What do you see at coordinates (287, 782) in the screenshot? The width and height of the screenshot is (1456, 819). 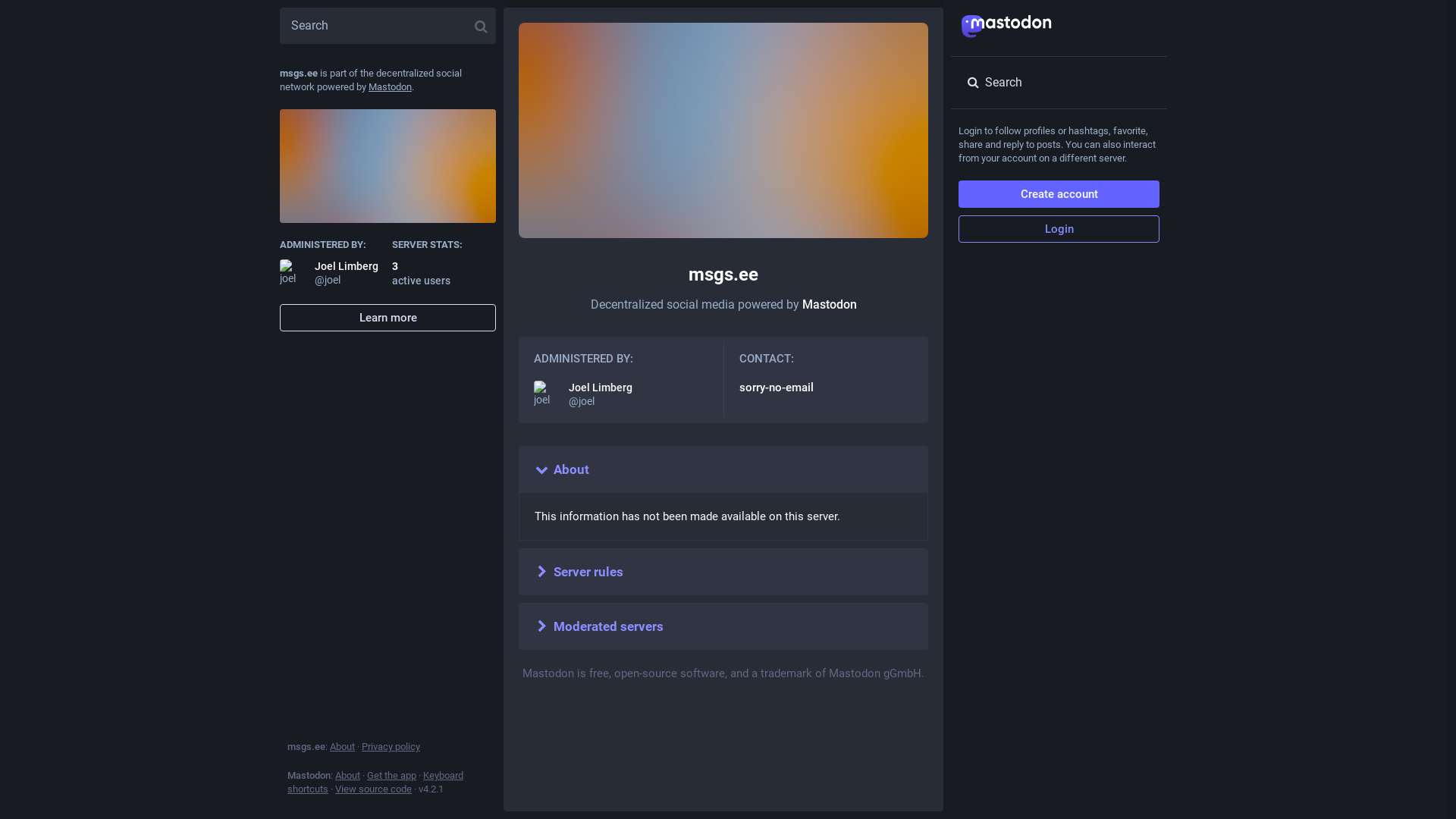 I see `'Keyboard shortcuts'` at bounding box center [287, 782].